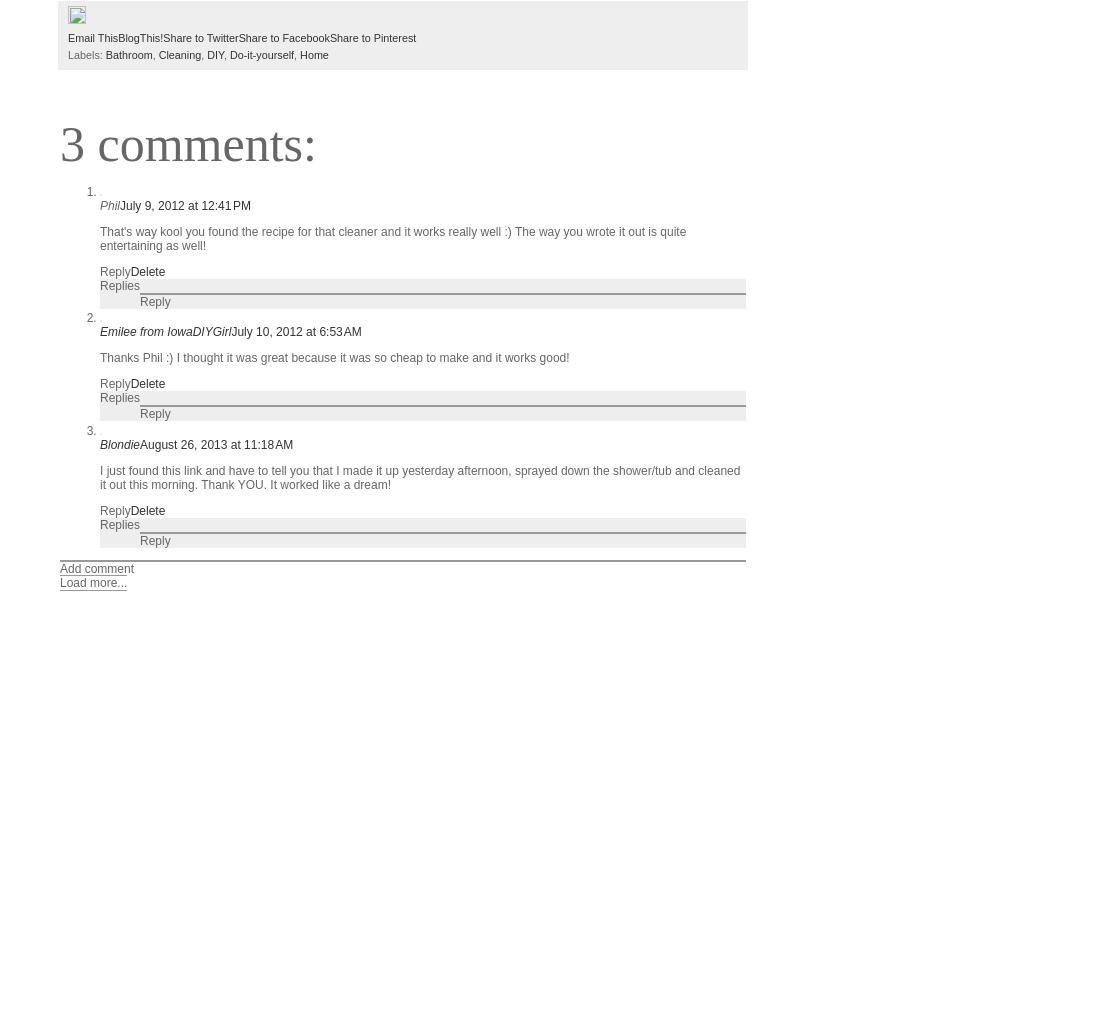 The width and height of the screenshot is (1098, 1022). I want to click on 'Labels:', so click(85, 53).